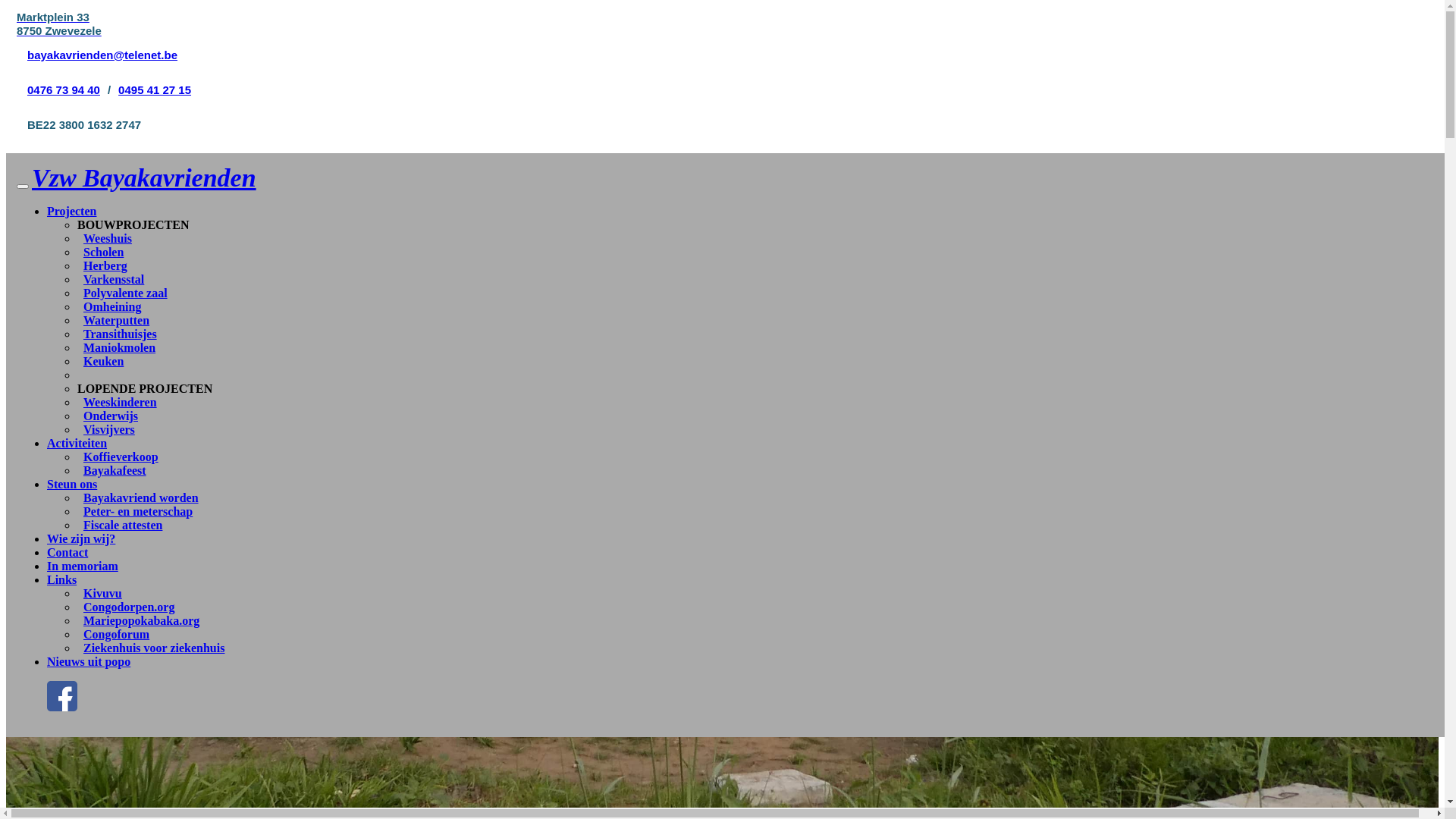 Image resolution: width=1456 pixels, height=819 pixels. I want to click on 'Wie zijn wij?', so click(47, 538).